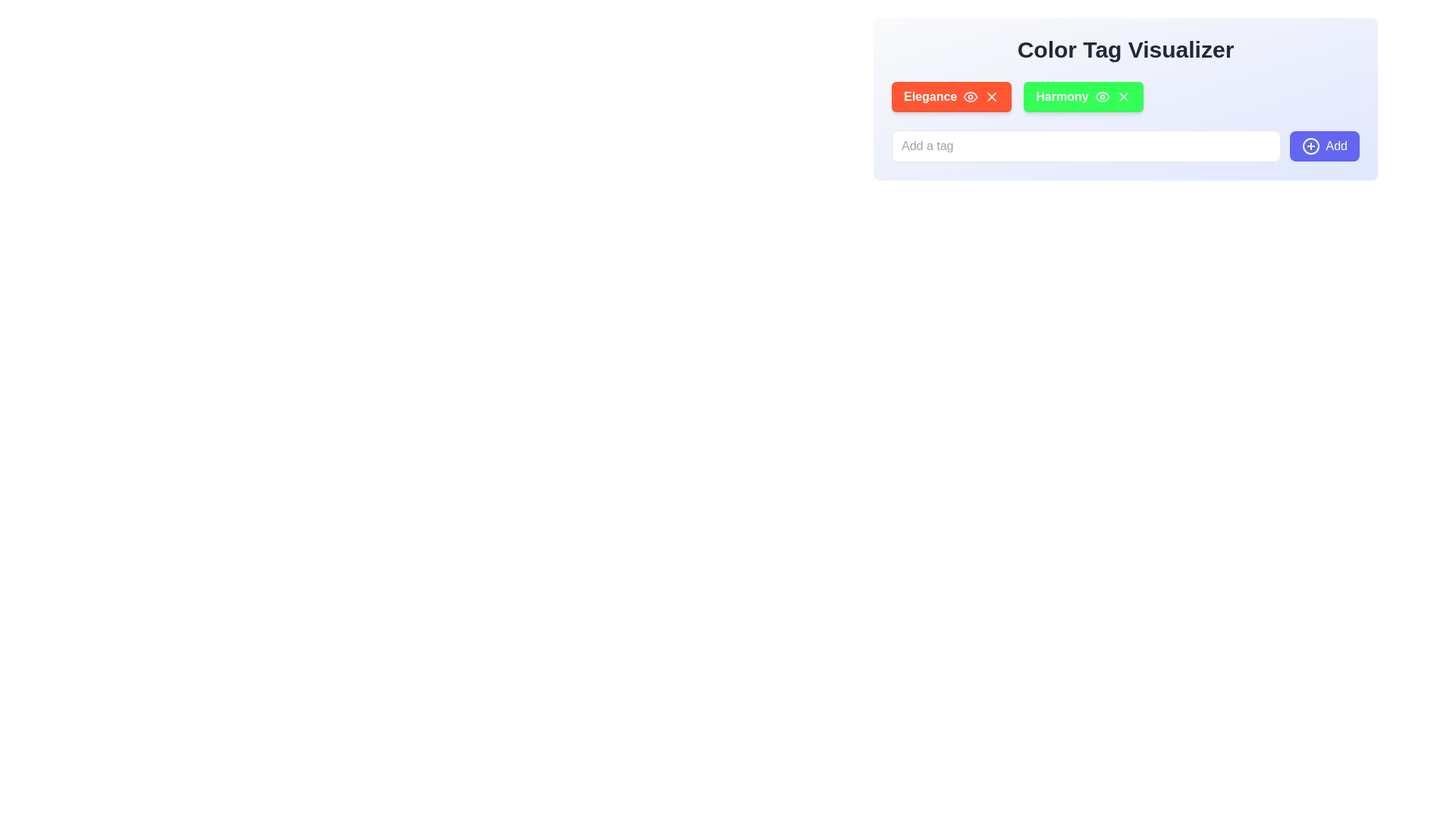 The height and width of the screenshot is (819, 1456). I want to click on the 'Add' button which features a white text on a purple background with a plus icon on its left, located in the lower right corner of the 'Color Tag Visualizer' interface, so click(1336, 146).